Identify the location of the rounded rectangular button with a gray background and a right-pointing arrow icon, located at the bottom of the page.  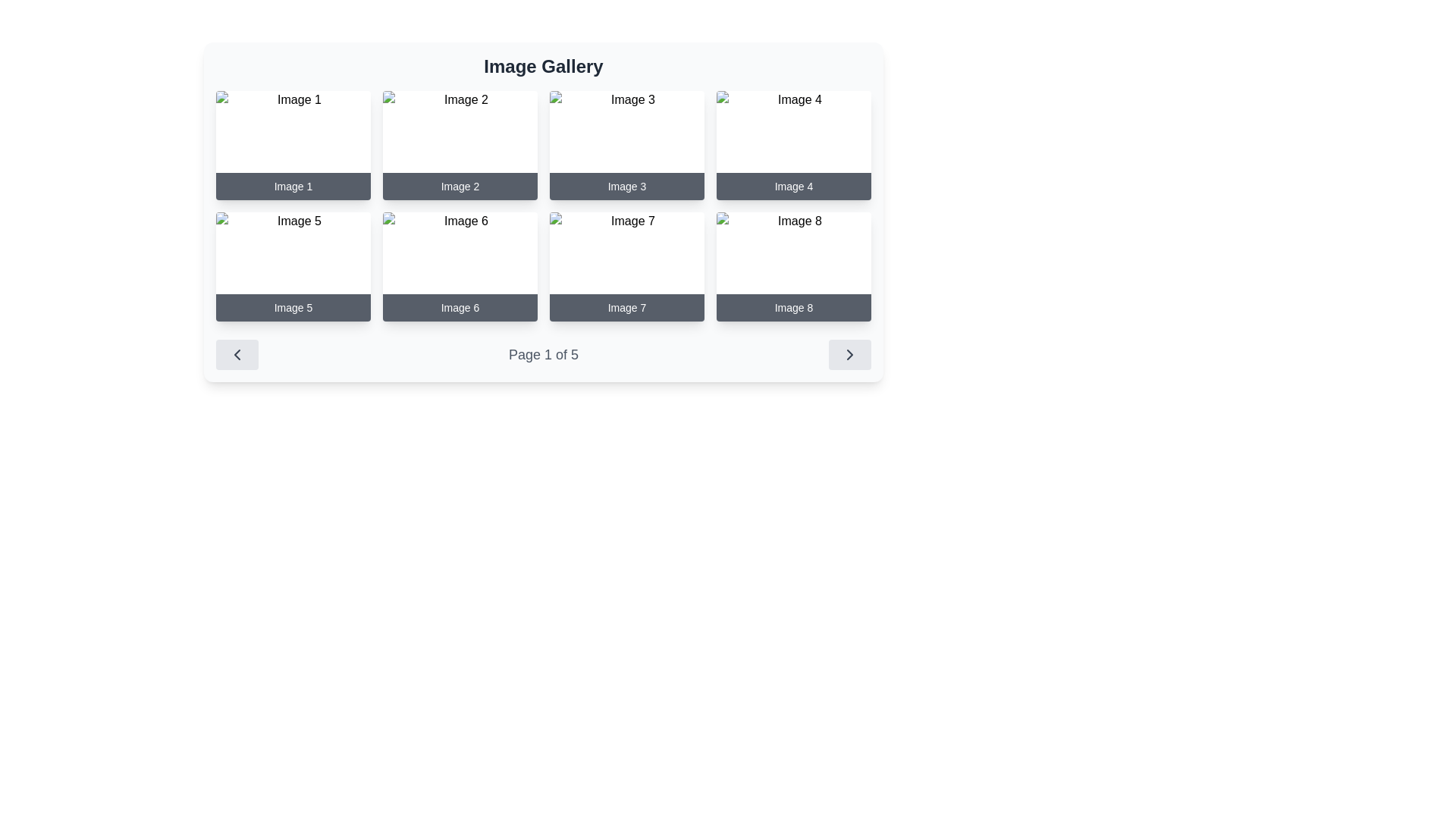
(850, 354).